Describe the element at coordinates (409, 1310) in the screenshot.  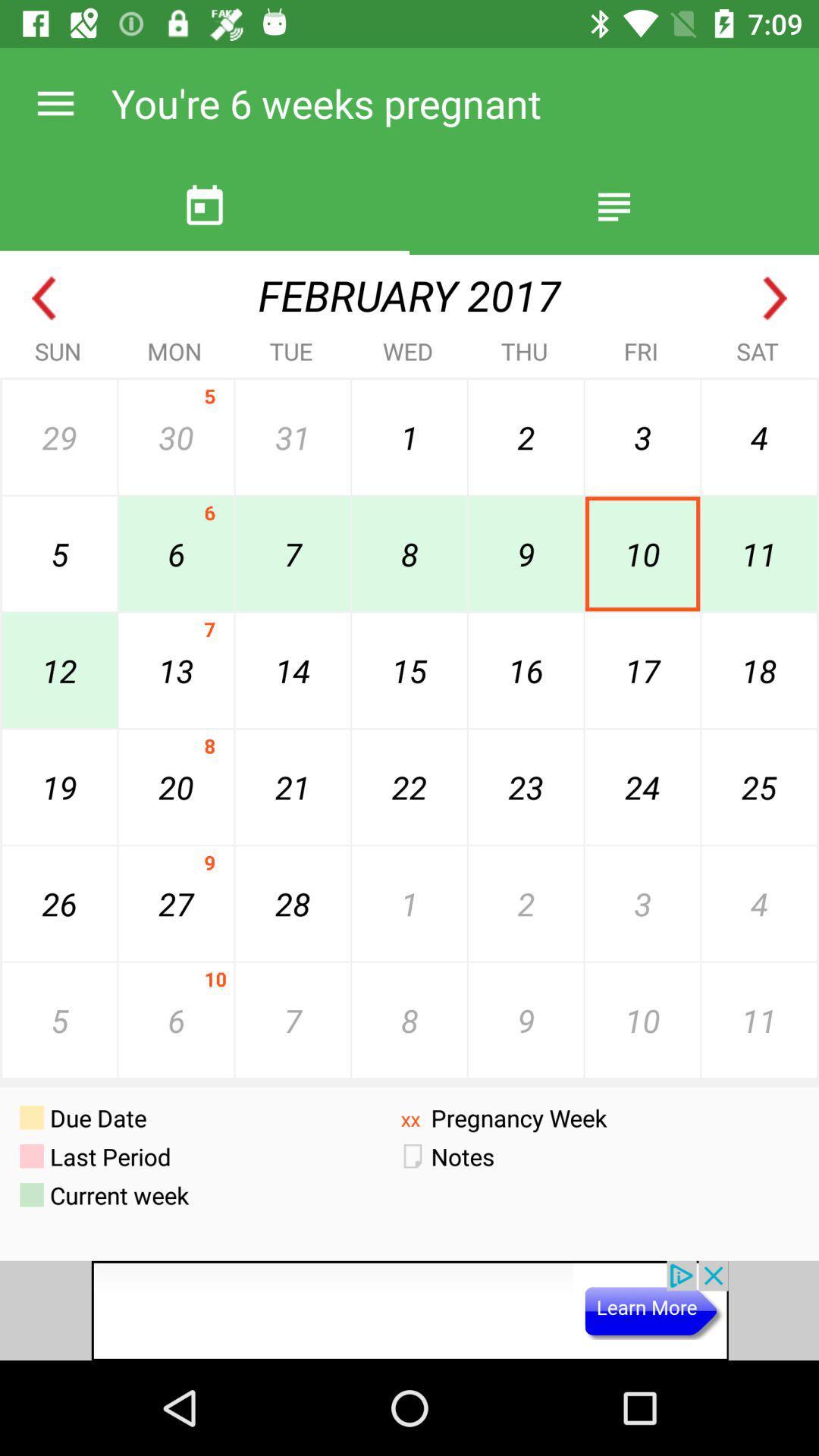
I see `google advertisements` at that location.